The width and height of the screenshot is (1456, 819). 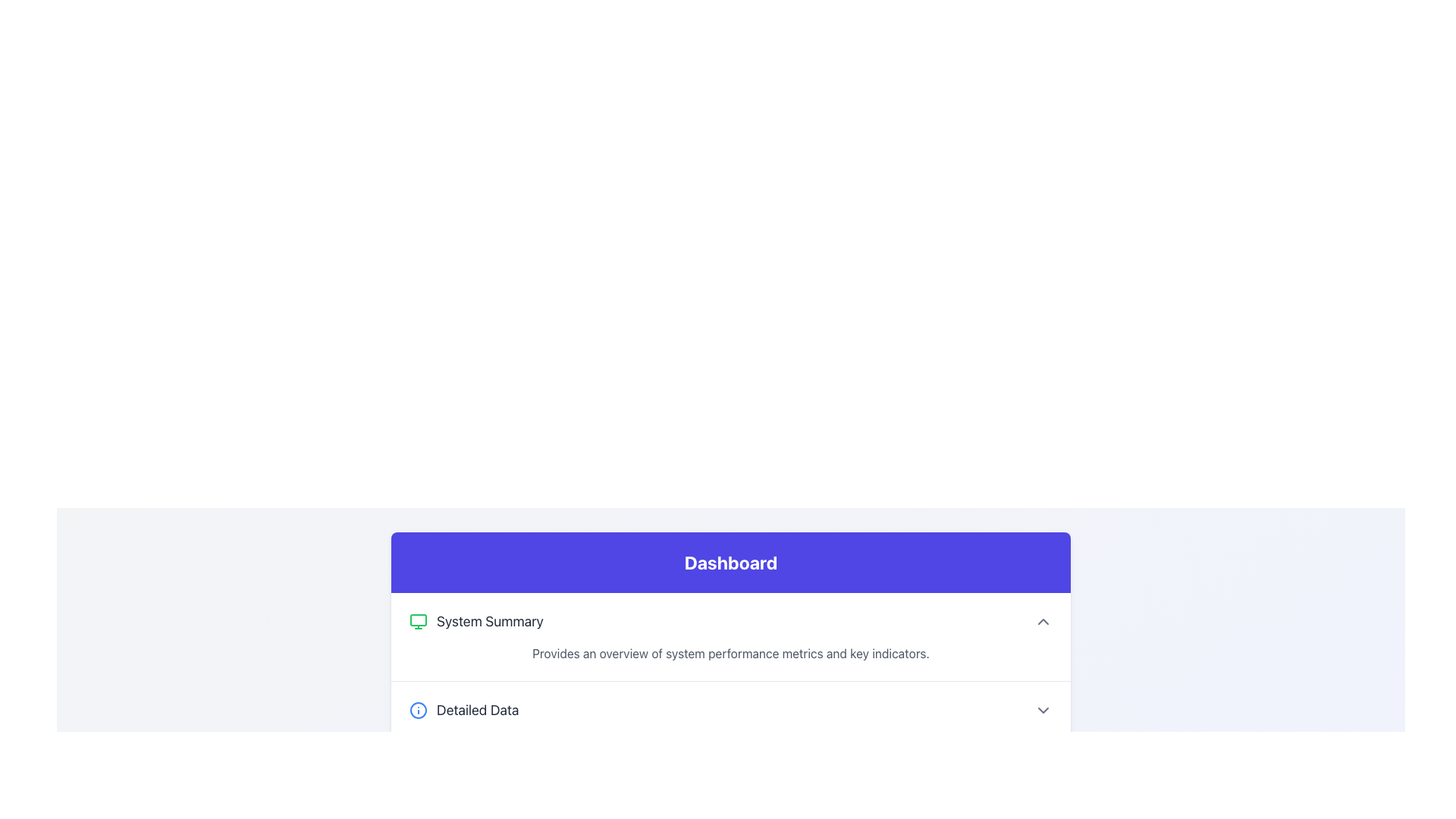 I want to click on the Interactive Dropdown Trigger located in the Dashboard section, so click(x=731, y=711).